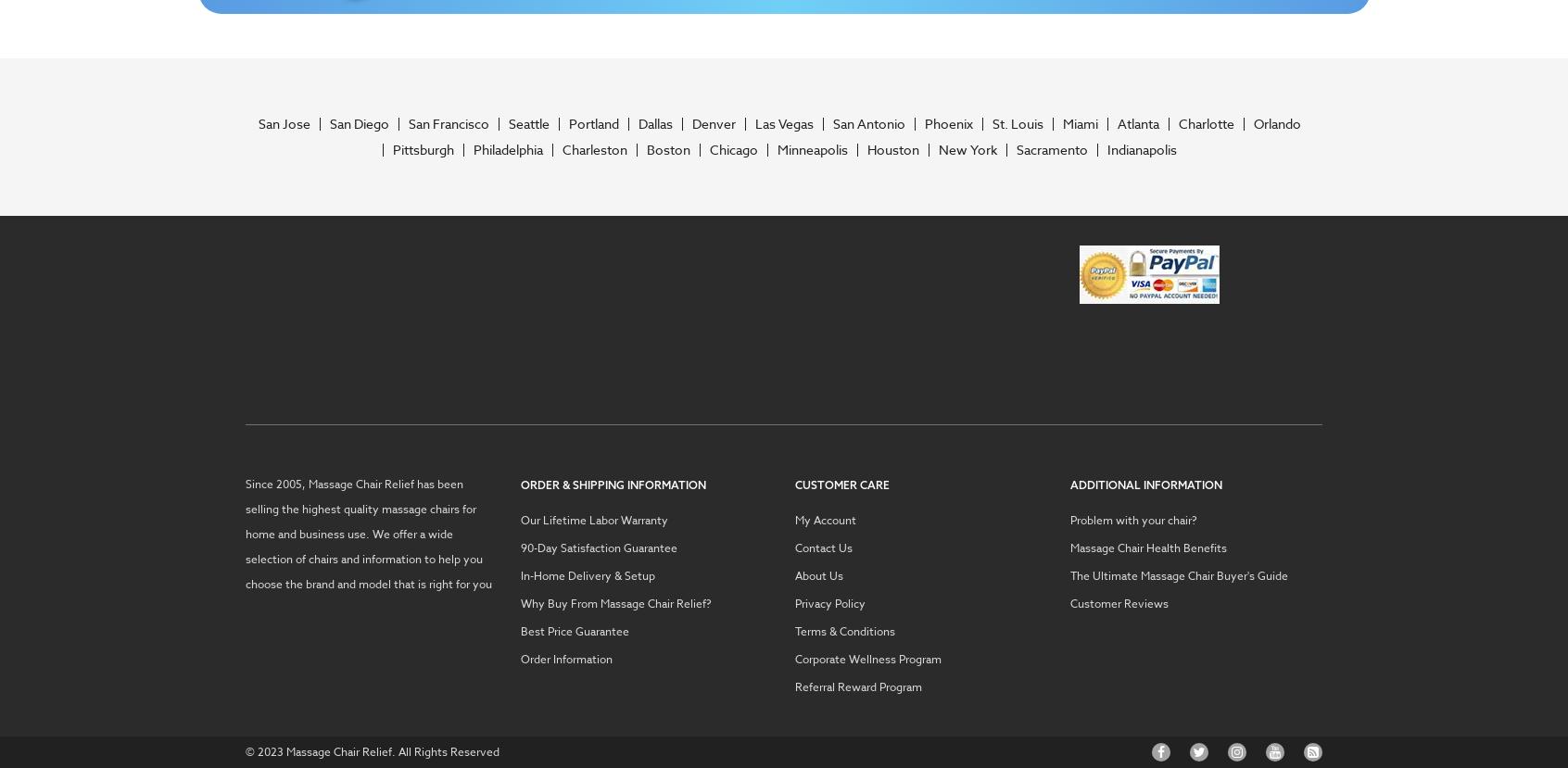 The image size is (1568, 768). Describe the element at coordinates (841, 483) in the screenshot. I see `'Customer Care'` at that location.